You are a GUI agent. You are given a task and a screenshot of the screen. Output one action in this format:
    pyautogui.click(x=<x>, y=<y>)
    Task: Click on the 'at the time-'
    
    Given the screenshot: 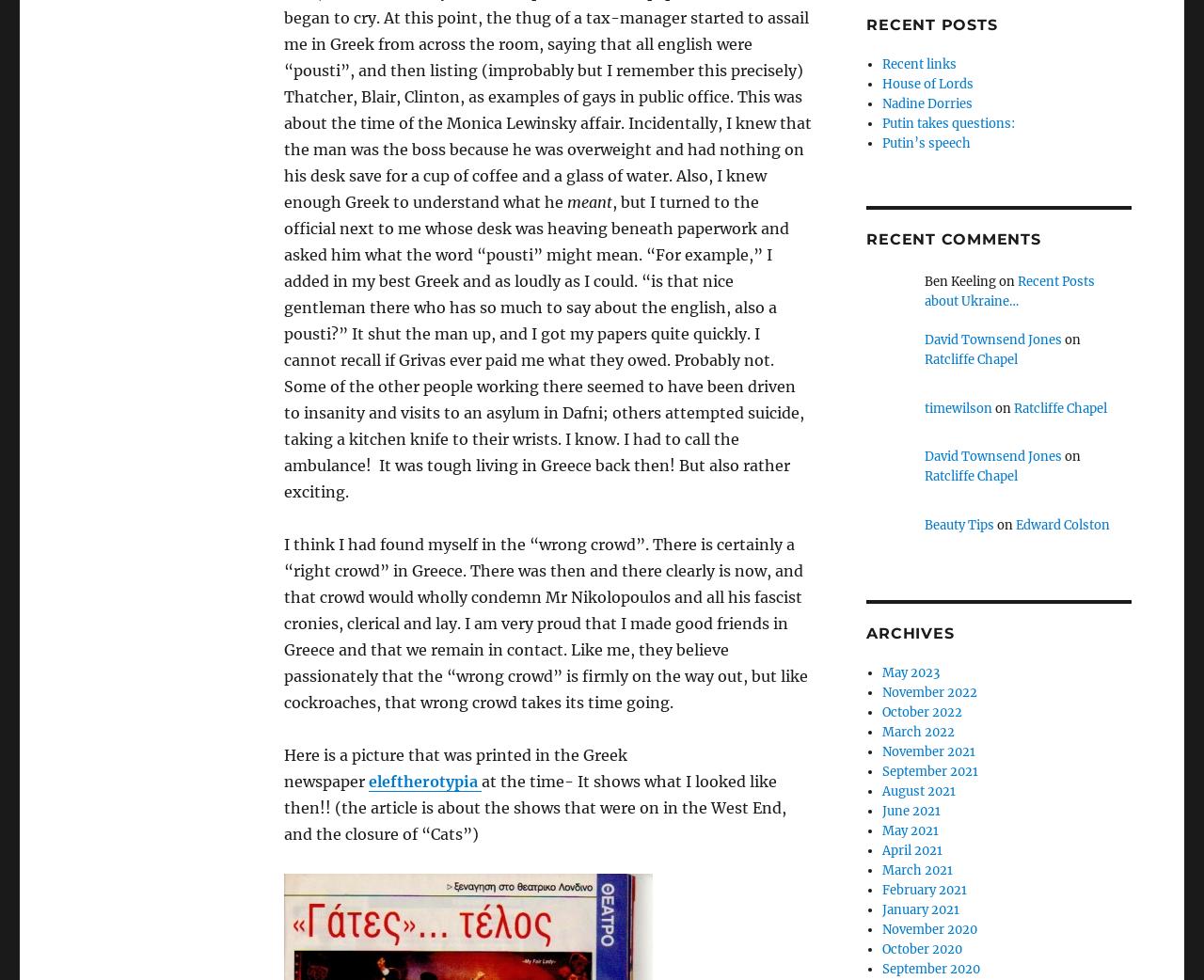 What is the action you would take?
    pyautogui.click(x=528, y=781)
    